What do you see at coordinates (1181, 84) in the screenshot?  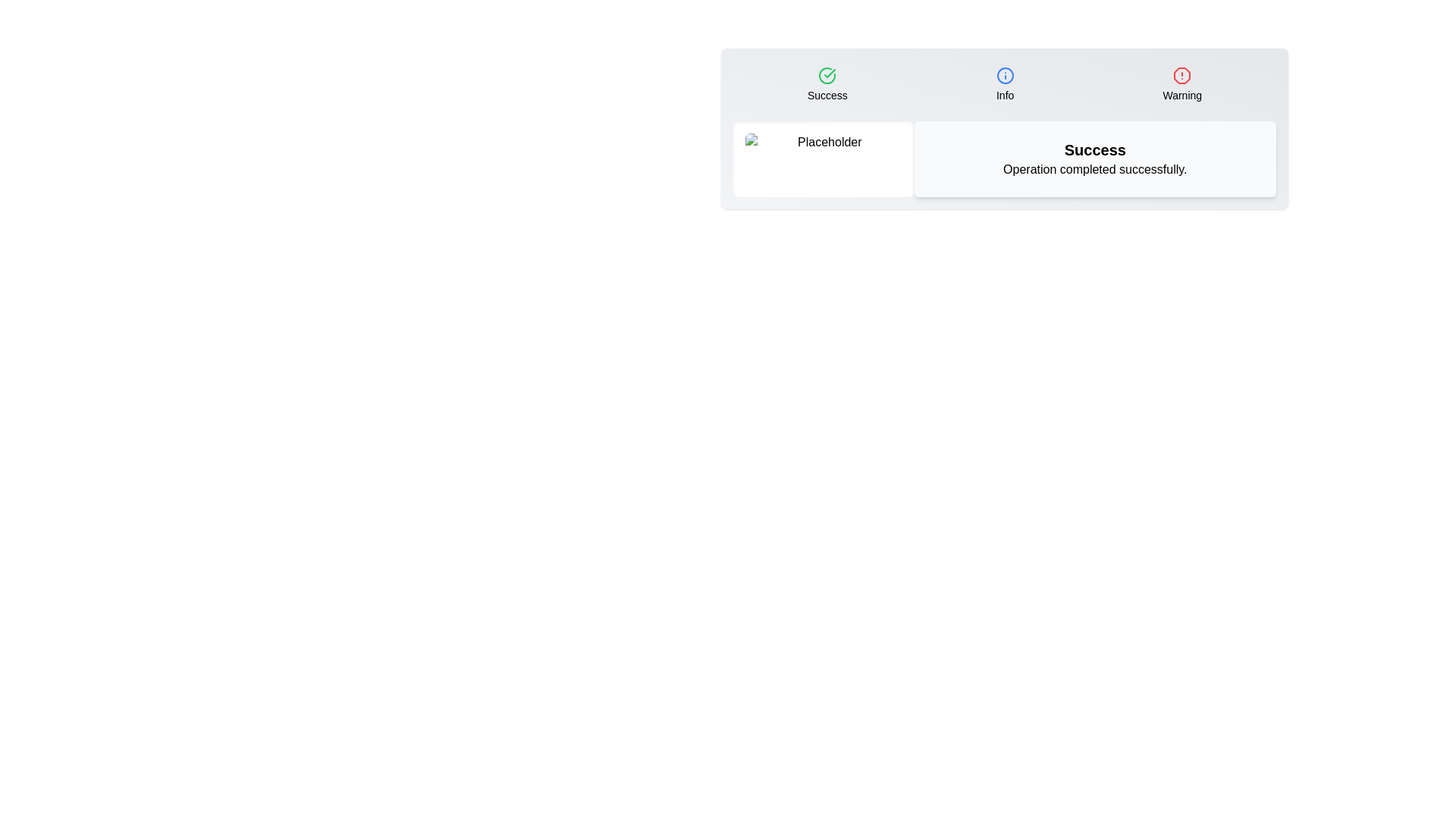 I see `the Warning tab to activate it` at bounding box center [1181, 84].